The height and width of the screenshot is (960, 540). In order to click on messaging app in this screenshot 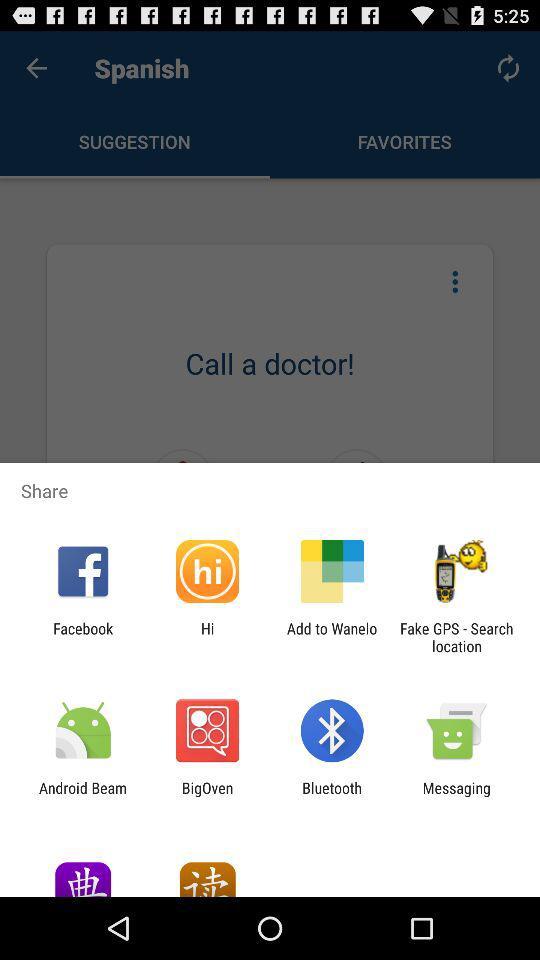, I will do `click(456, 796)`.